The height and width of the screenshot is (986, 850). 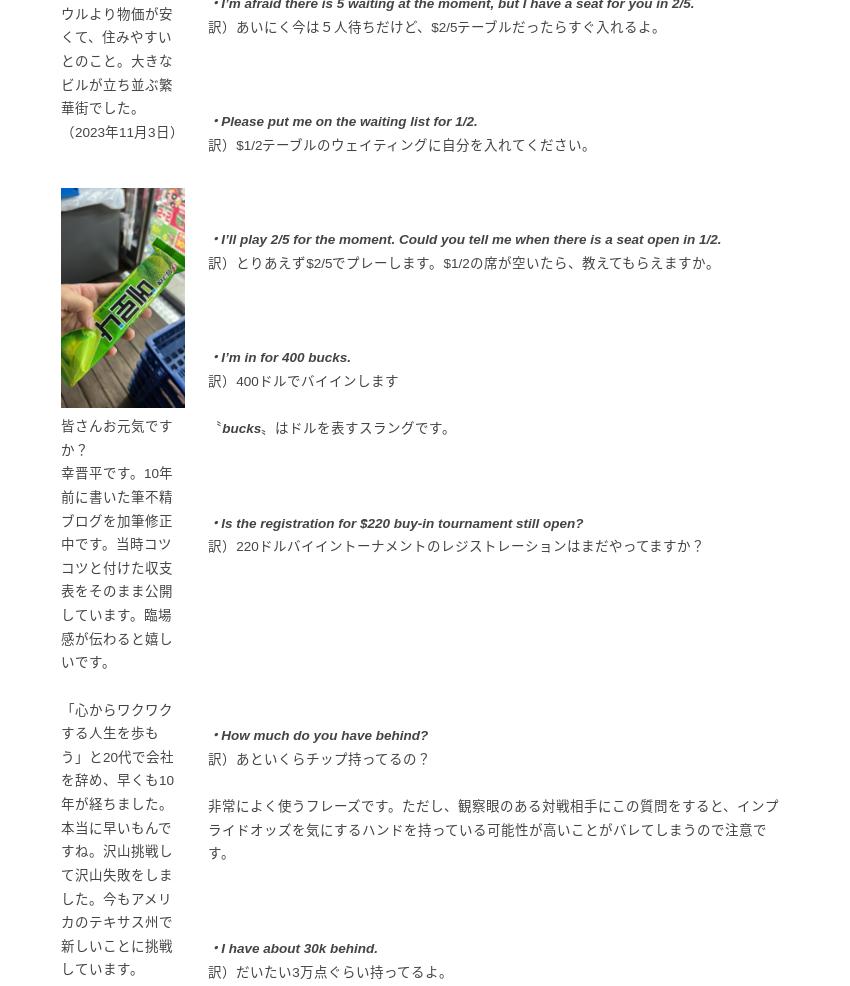 I want to click on '・I’m in for 400 bucks.', so click(x=277, y=356).